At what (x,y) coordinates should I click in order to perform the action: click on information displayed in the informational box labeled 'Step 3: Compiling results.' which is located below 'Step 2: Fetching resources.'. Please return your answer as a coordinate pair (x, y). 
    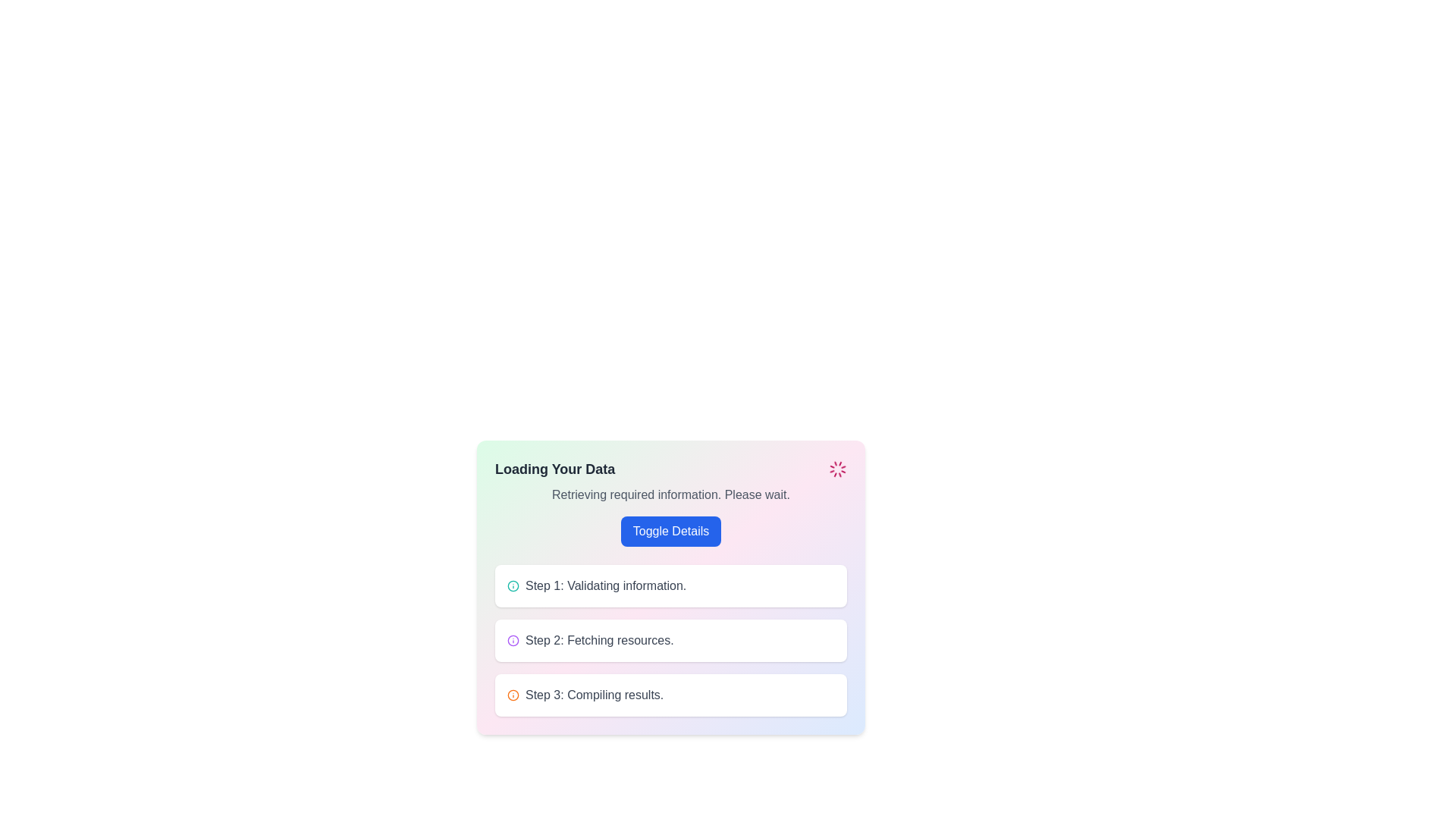
    Looking at the image, I should click on (670, 695).